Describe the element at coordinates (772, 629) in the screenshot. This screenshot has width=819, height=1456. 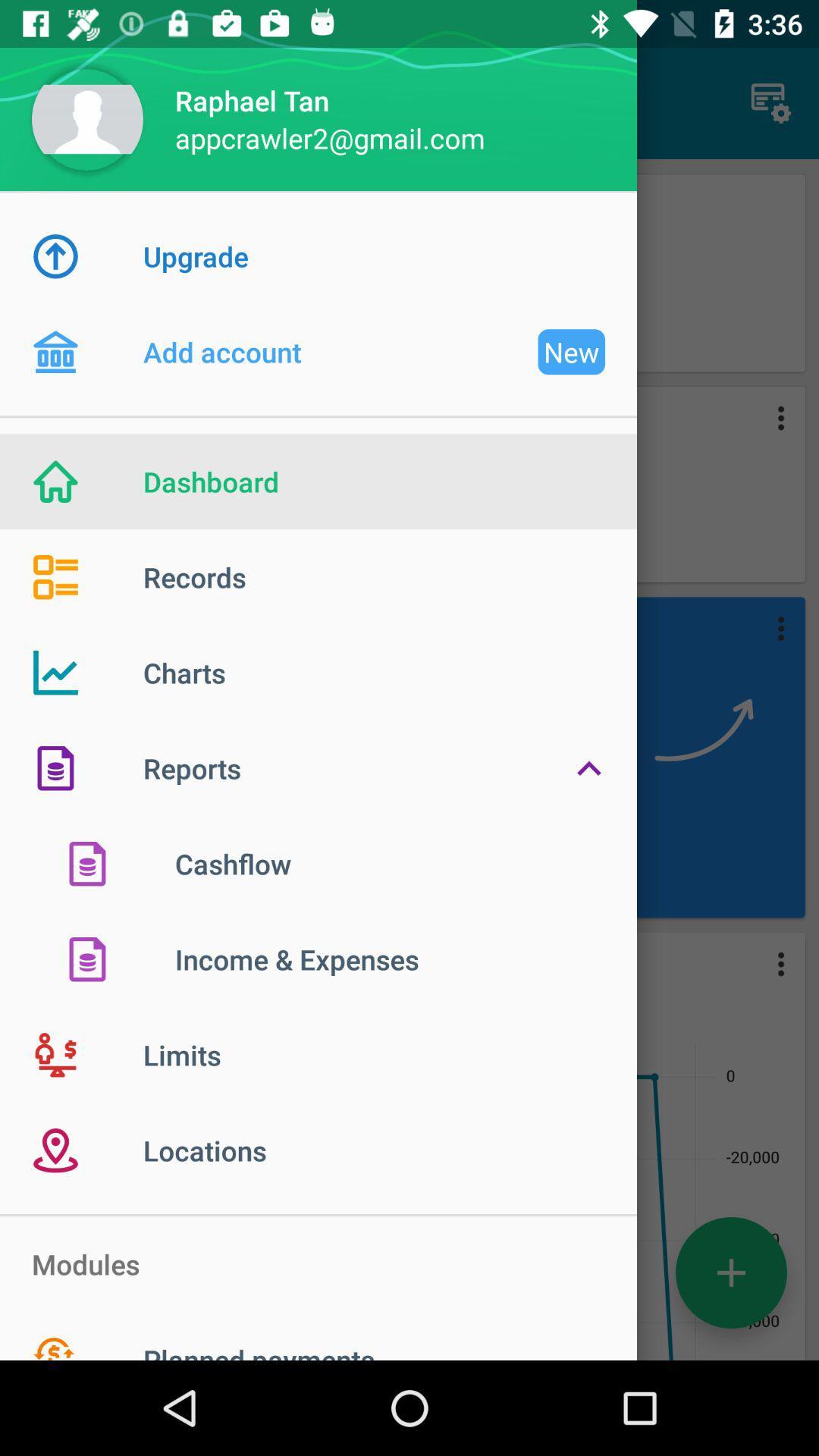
I see `third icon from top` at that location.